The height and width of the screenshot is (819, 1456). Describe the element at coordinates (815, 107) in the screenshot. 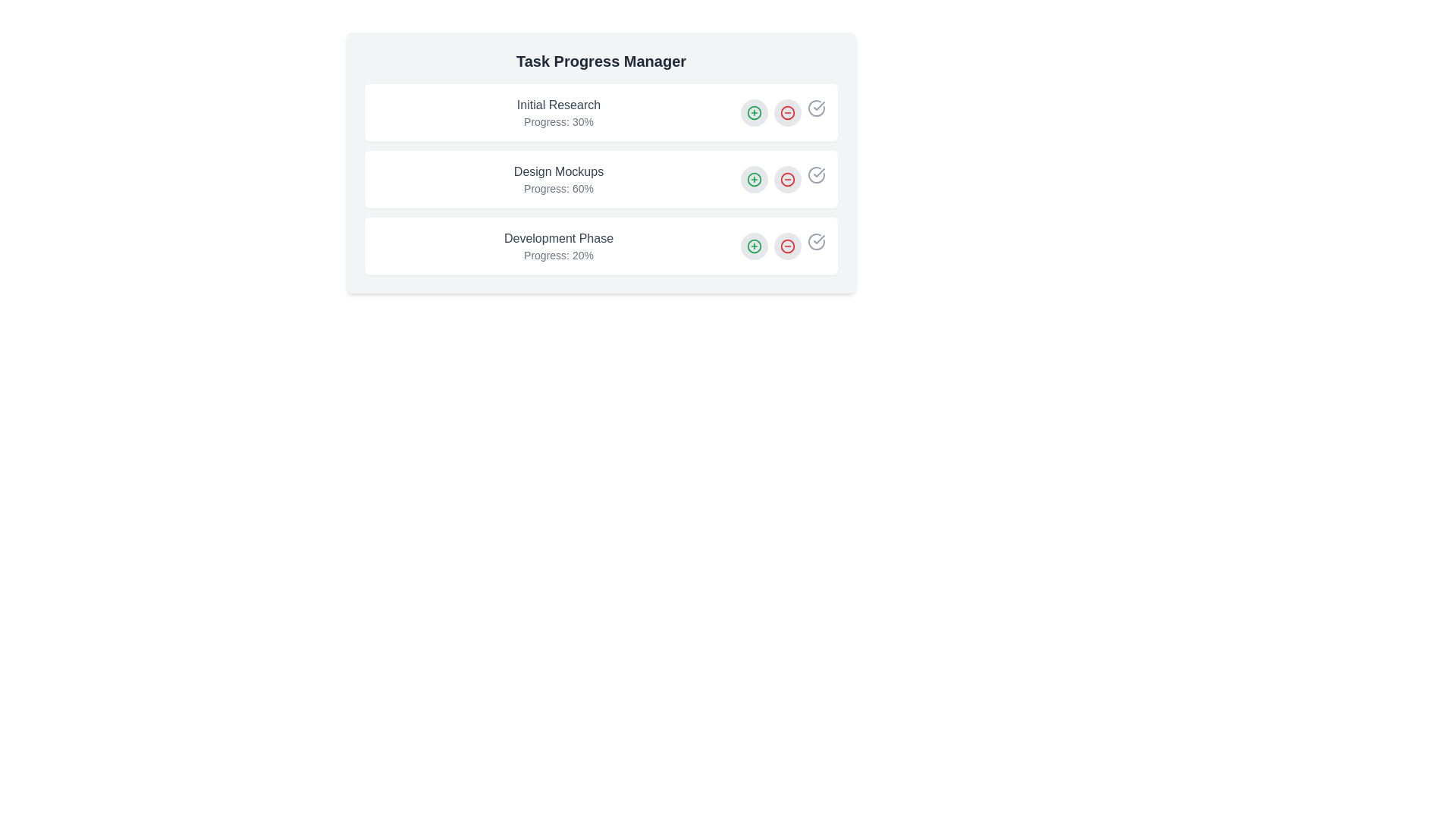

I see `the confirmation icon for the task 'Initial Research', which is located on the far right within a horizontal row of action icons` at that location.